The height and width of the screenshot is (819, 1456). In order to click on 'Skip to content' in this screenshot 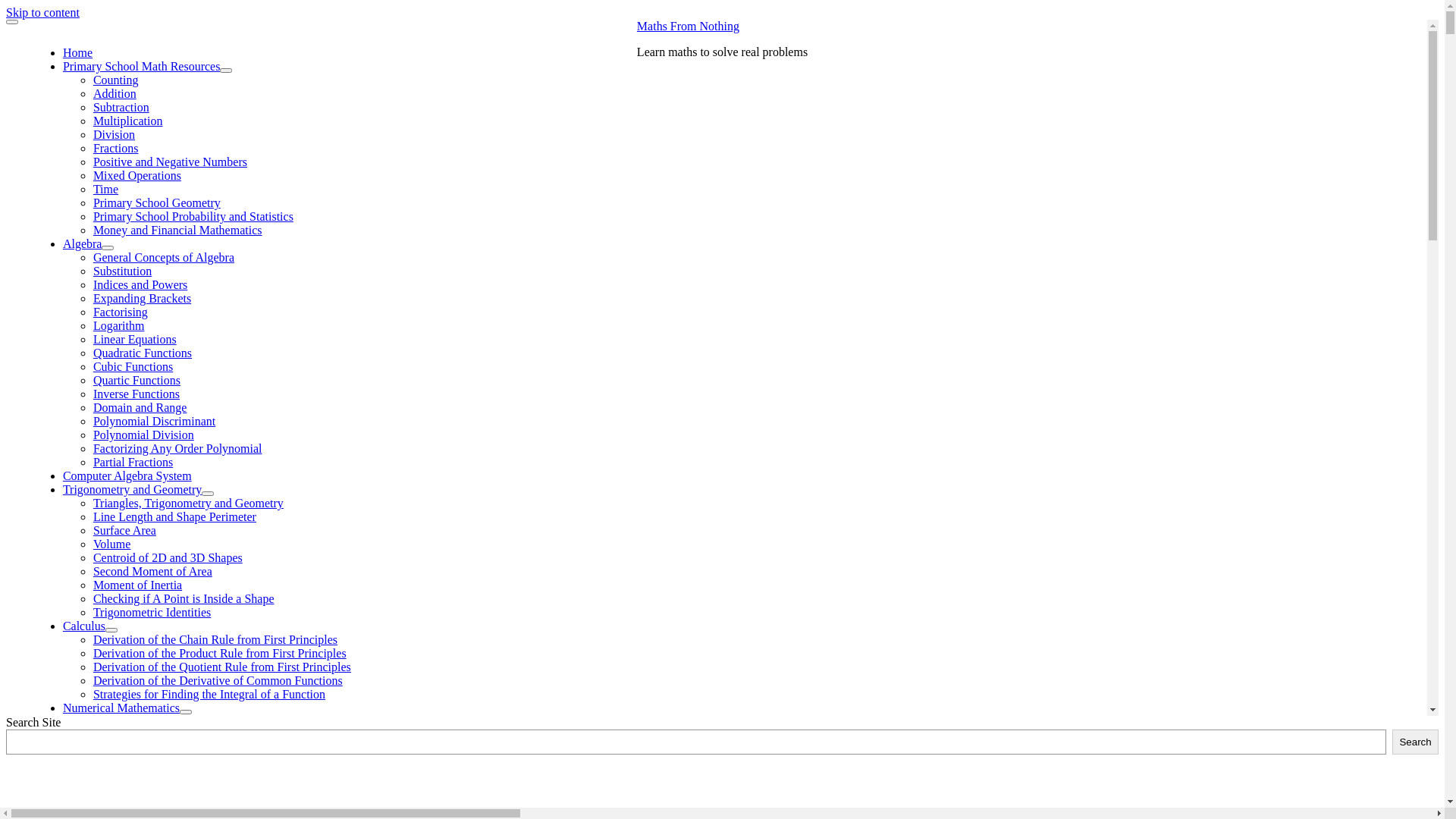, I will do `click(42, 12)`.